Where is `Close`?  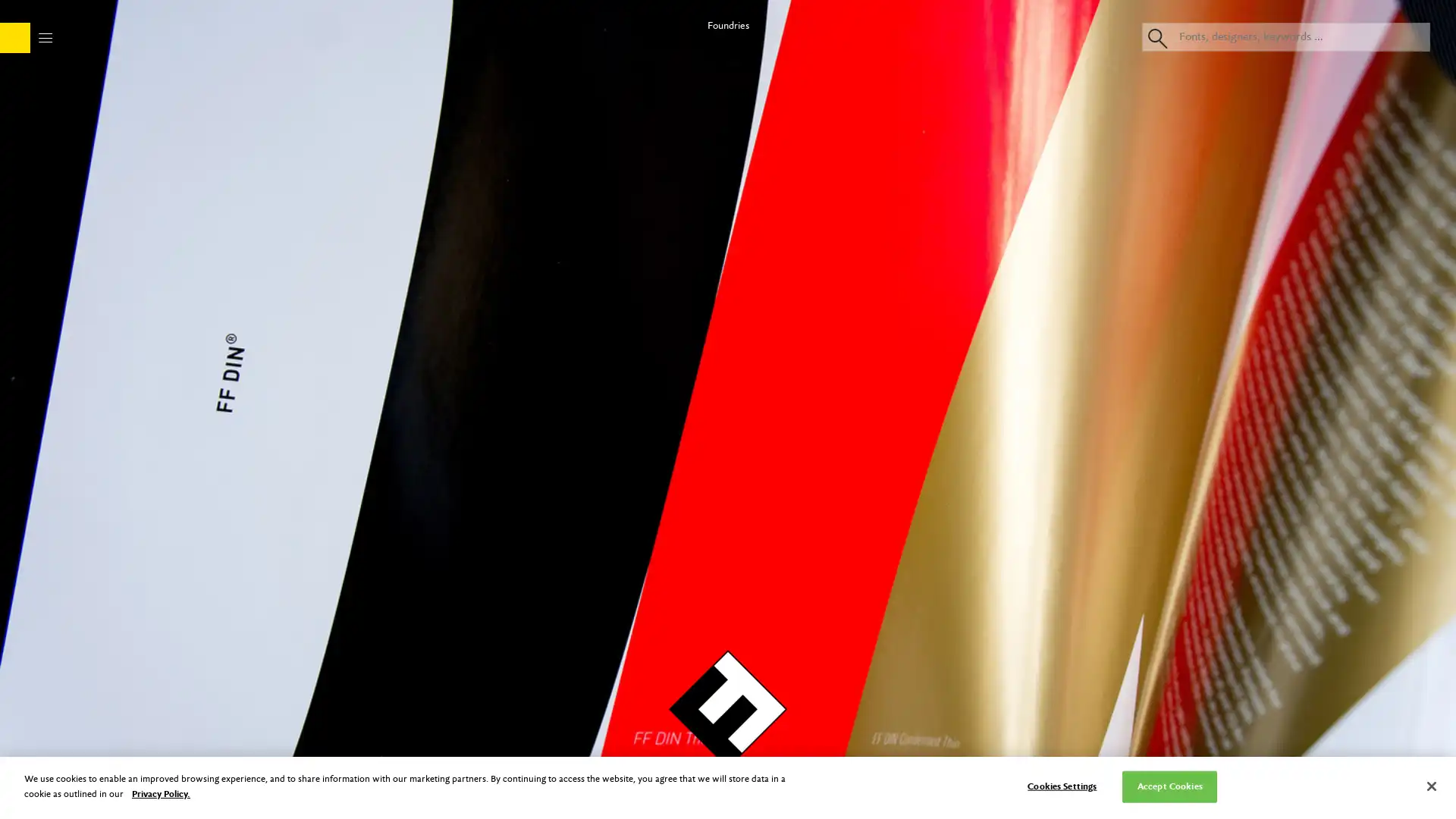 Close is located at coordinates (1430, 786).